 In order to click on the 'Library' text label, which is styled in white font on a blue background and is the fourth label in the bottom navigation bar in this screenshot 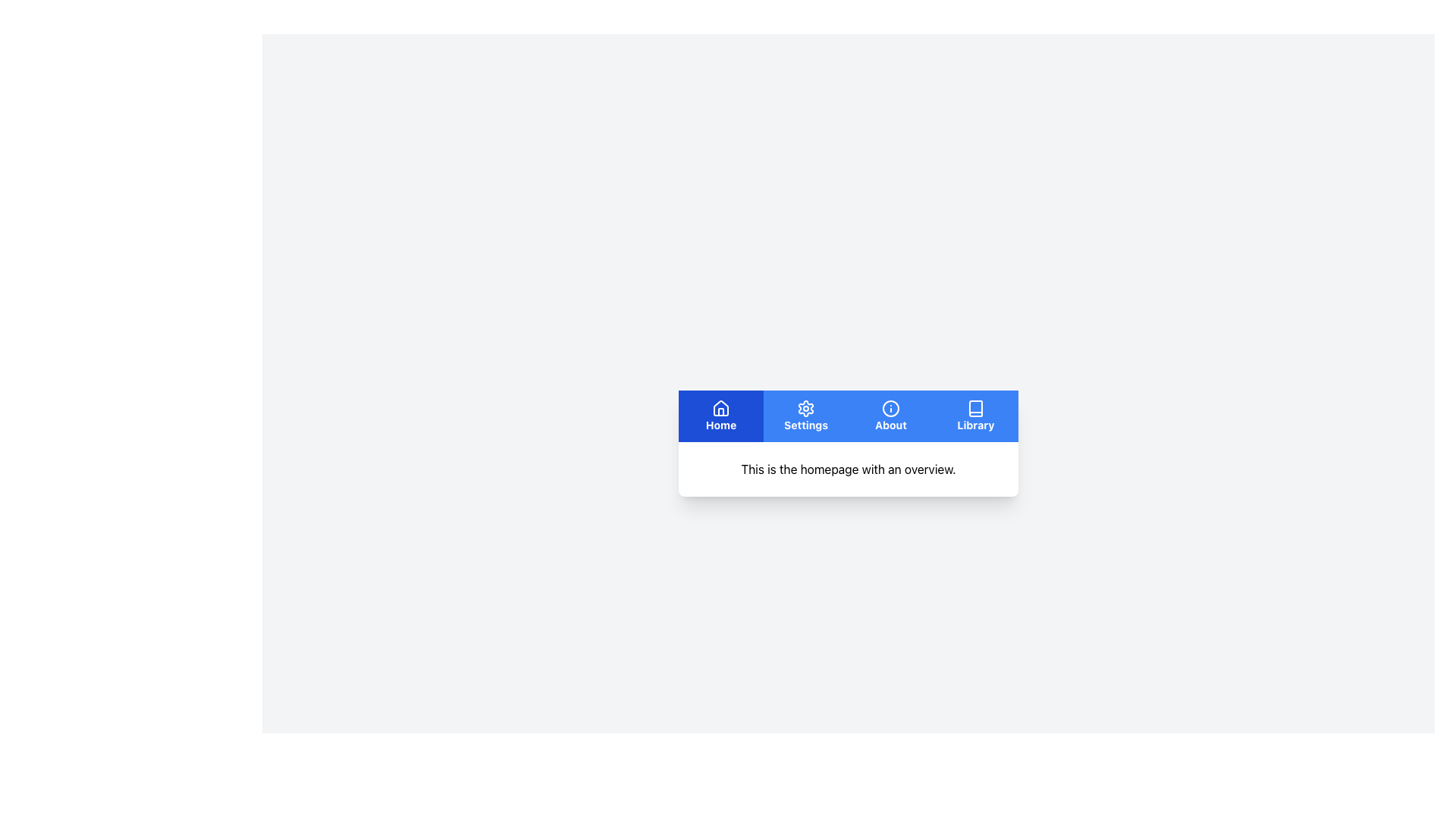, I will do `click(975, 425)`.